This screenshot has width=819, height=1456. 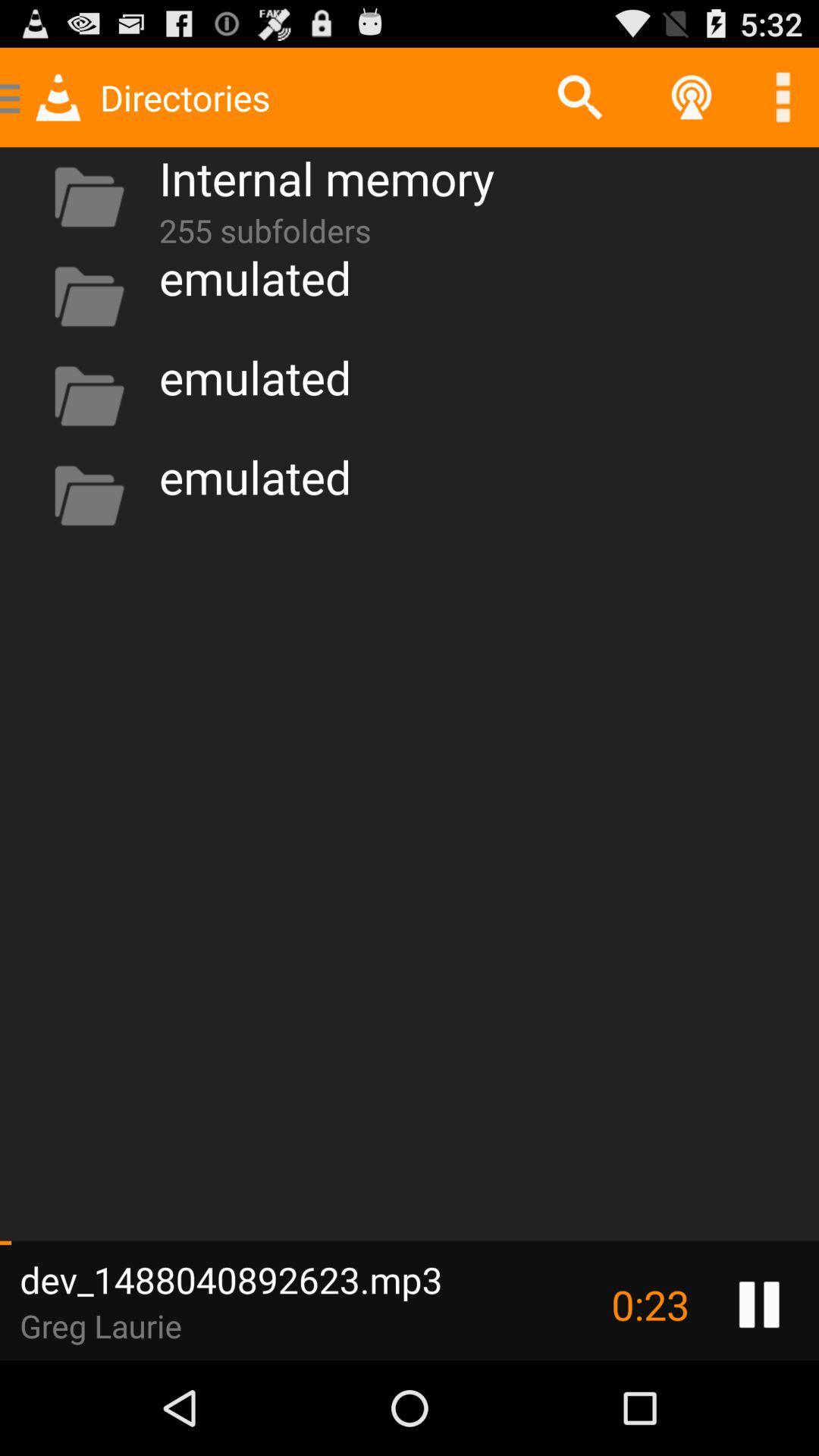 I want to click on the icon above emulated item, so click(x=264, y=227).